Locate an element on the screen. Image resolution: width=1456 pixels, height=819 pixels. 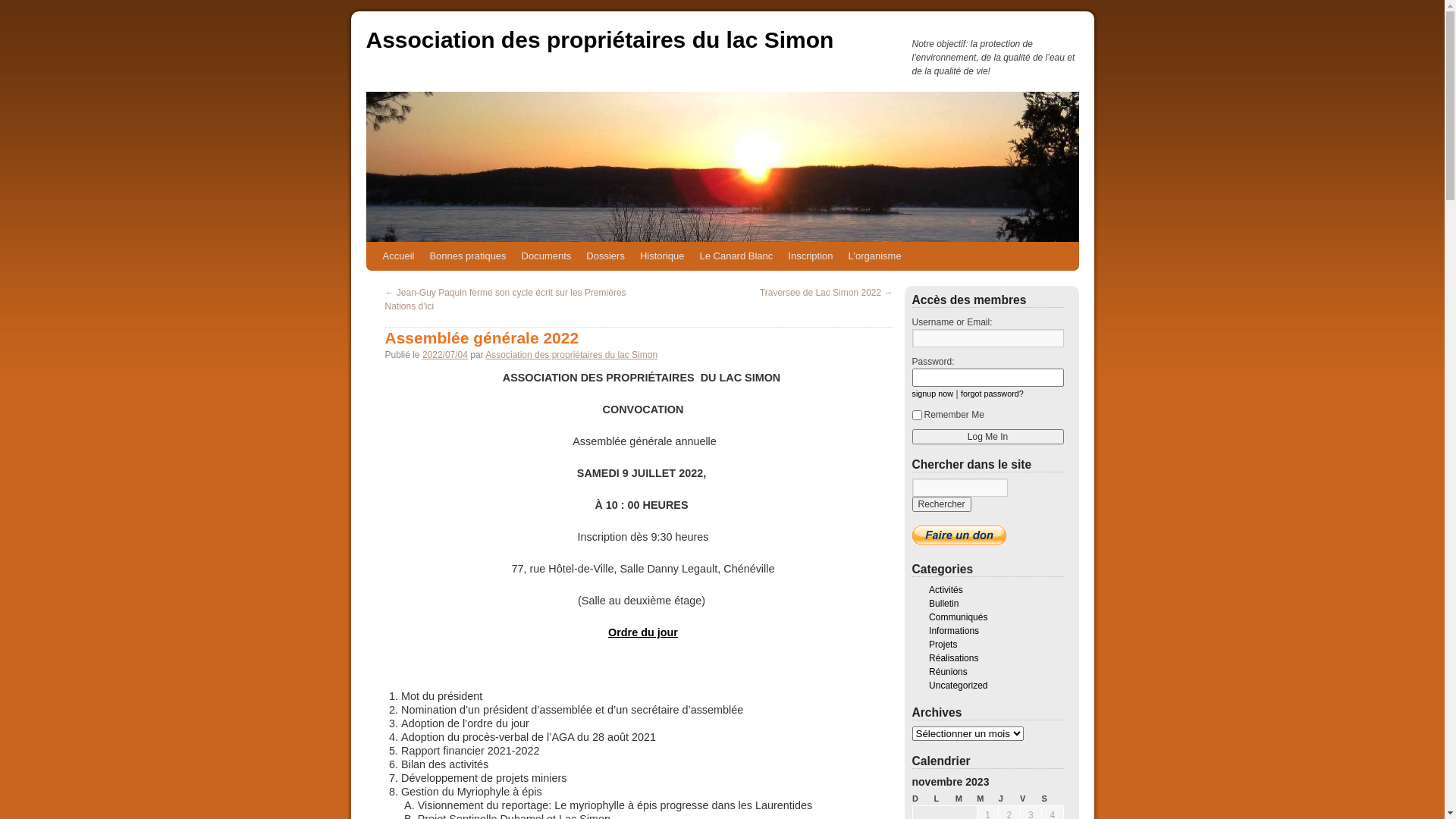
'Historique' is located at coordinates (662, 256).